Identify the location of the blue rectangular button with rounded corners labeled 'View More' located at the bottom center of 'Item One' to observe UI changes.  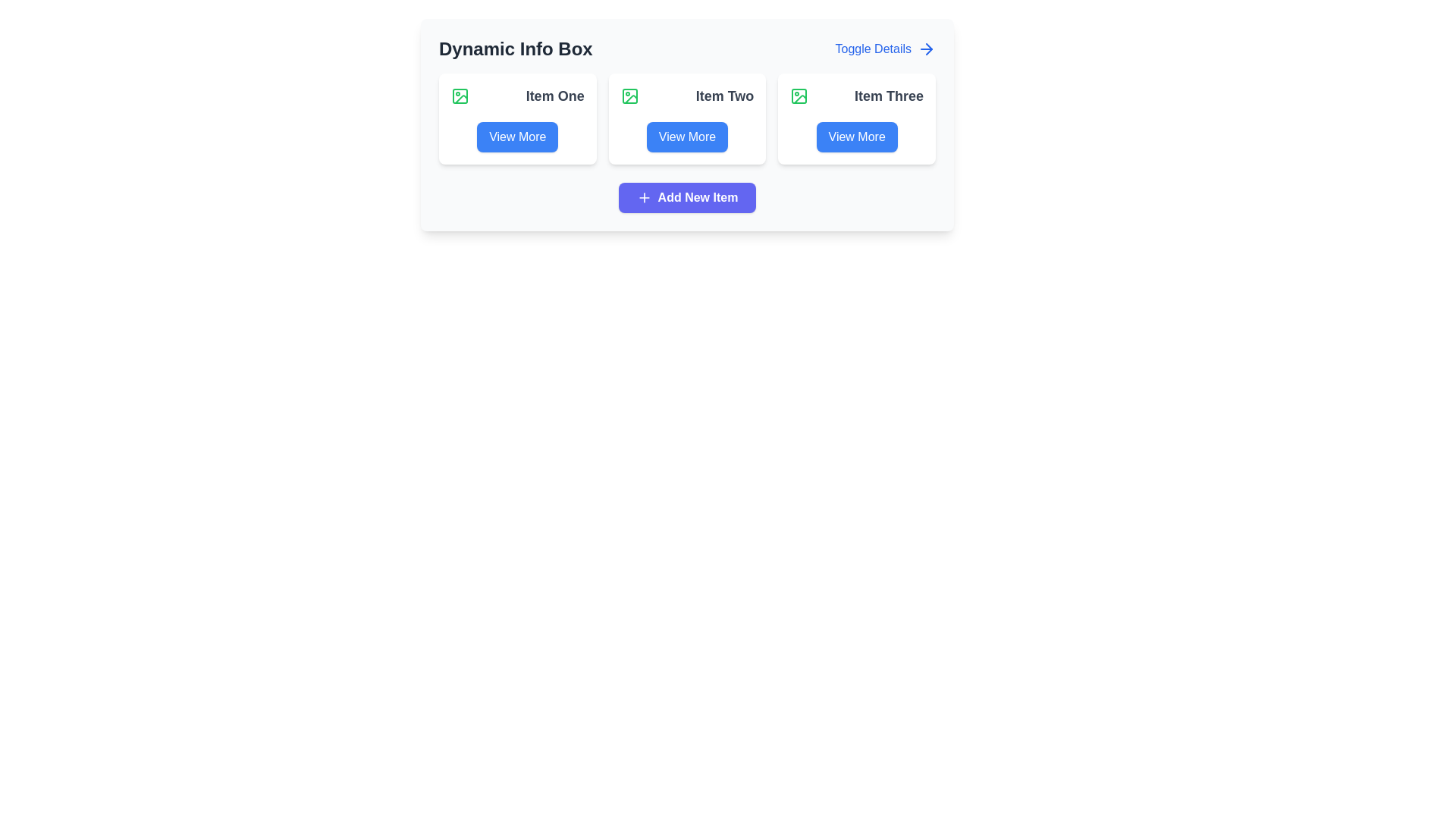
(517, 137).